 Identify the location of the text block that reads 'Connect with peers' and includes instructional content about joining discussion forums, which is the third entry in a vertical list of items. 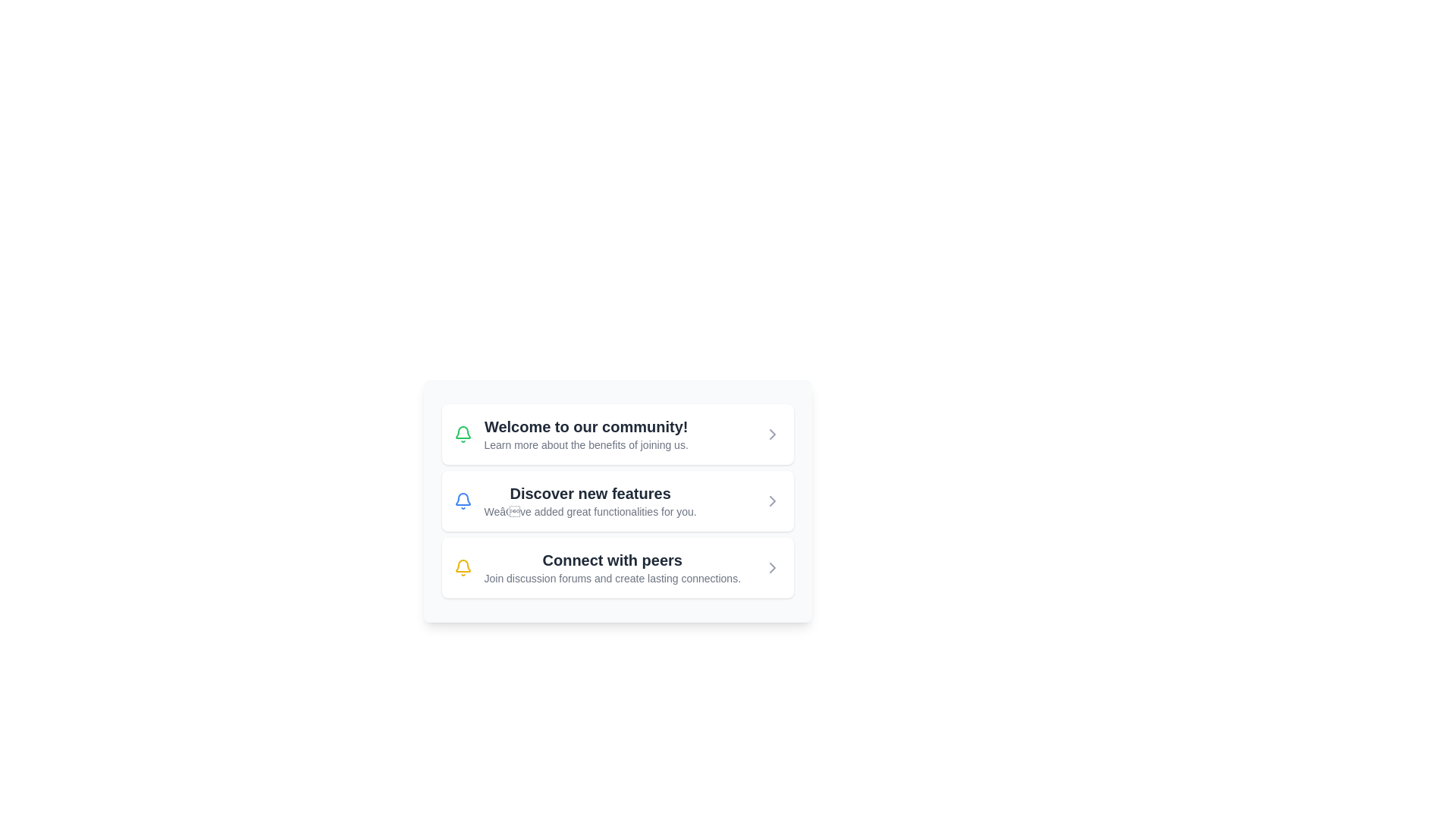
(612, 567).